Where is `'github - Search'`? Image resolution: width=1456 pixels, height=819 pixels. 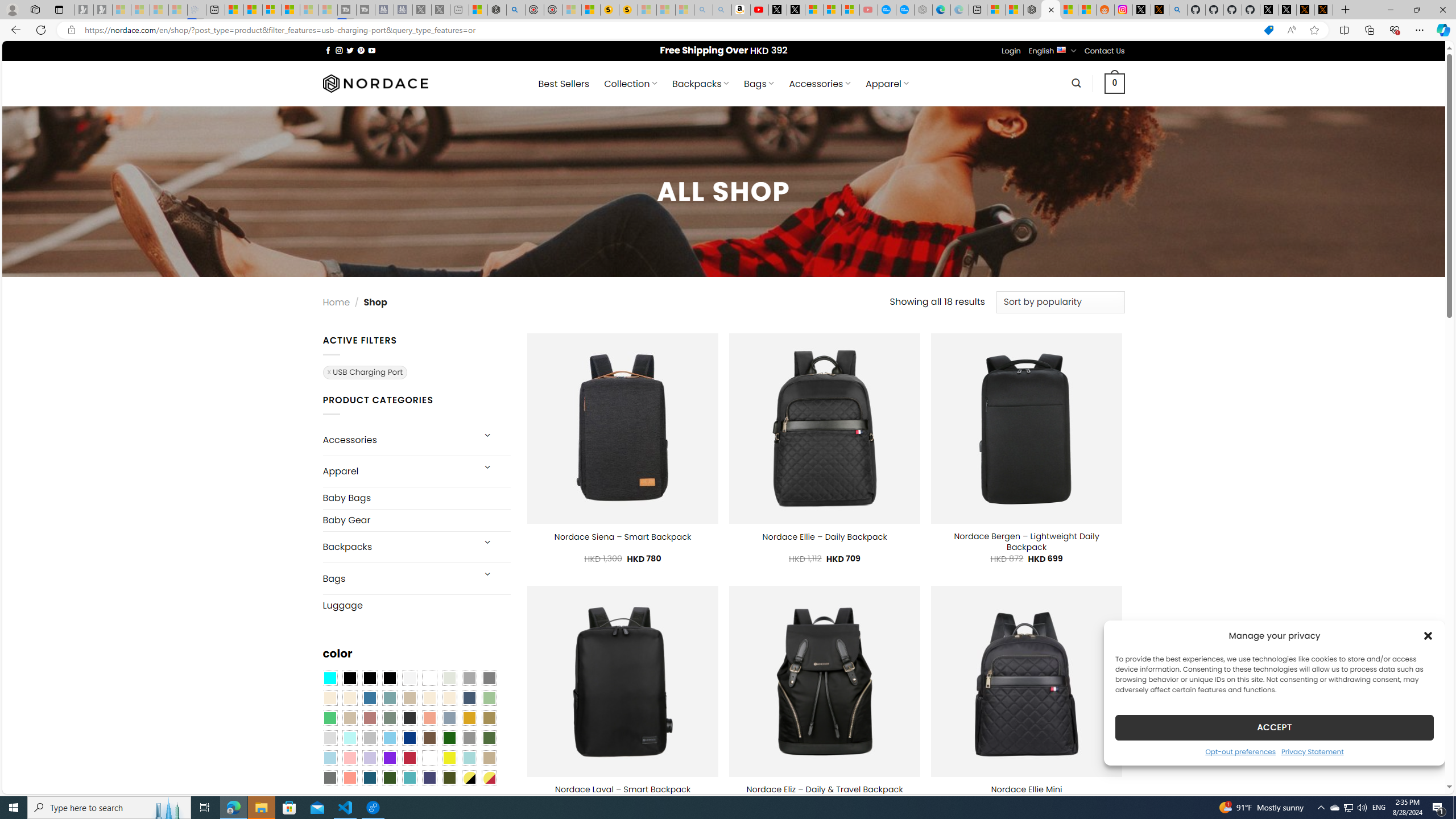 'github - Search' is located at coordinates (1178, 9).